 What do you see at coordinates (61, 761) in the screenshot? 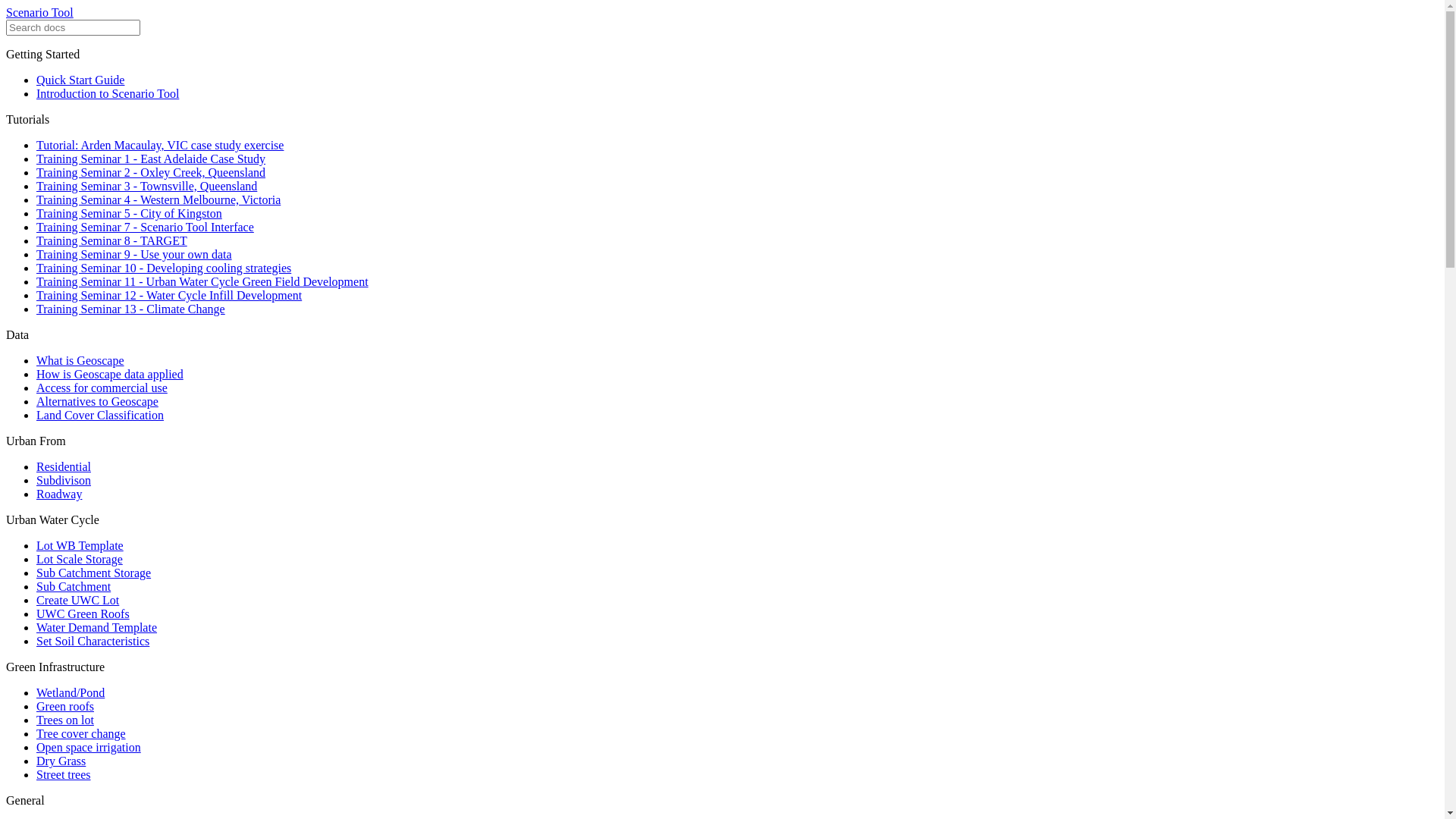
I see `'Dry Grass'` at bounding box center [61, 761].